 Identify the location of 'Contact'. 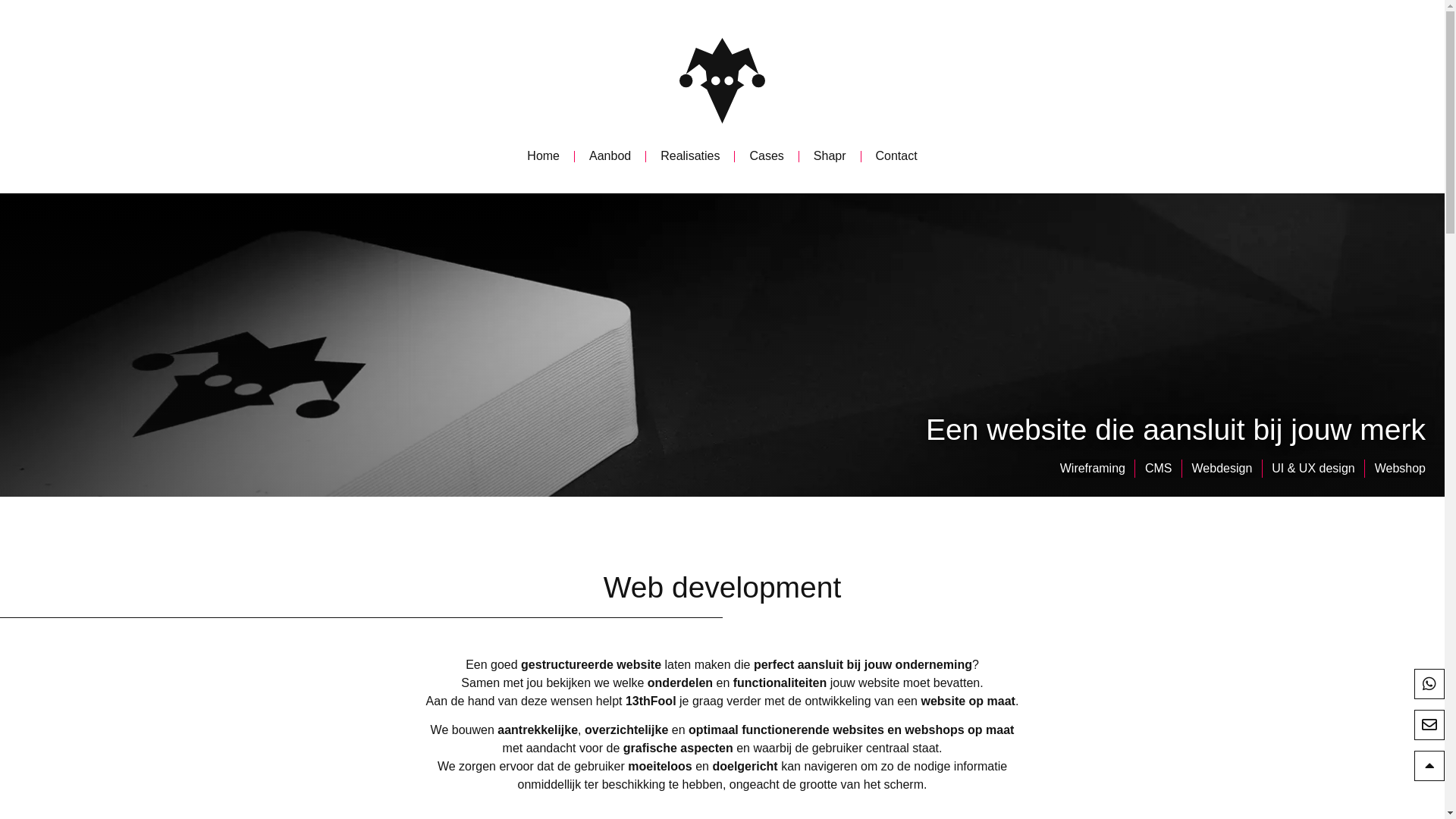
(896, 155).